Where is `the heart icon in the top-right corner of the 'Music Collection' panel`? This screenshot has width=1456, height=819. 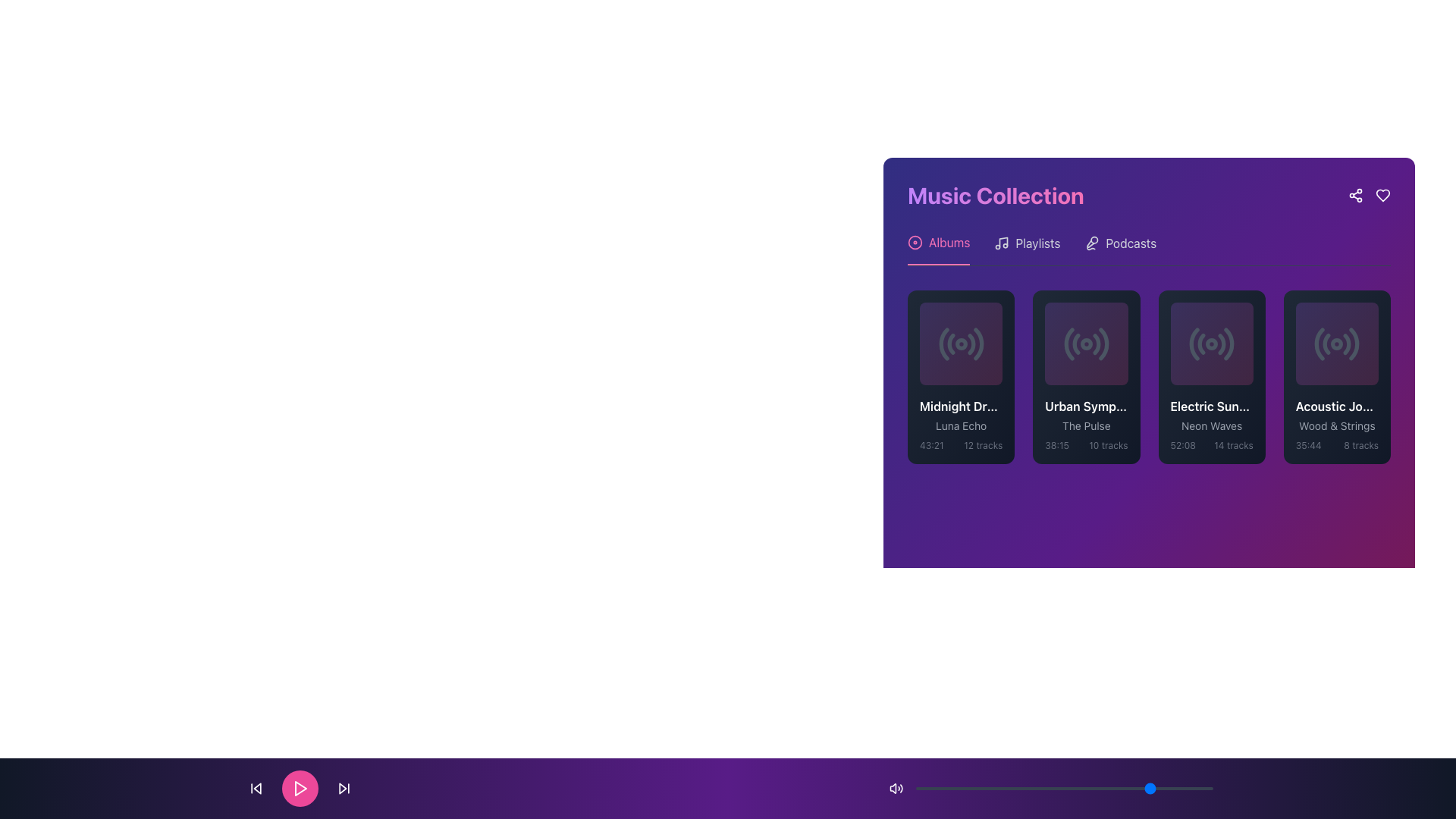 the heart icon in the top-right corner of the 'Music Collection' panel is located at coordinates (1383, 195).